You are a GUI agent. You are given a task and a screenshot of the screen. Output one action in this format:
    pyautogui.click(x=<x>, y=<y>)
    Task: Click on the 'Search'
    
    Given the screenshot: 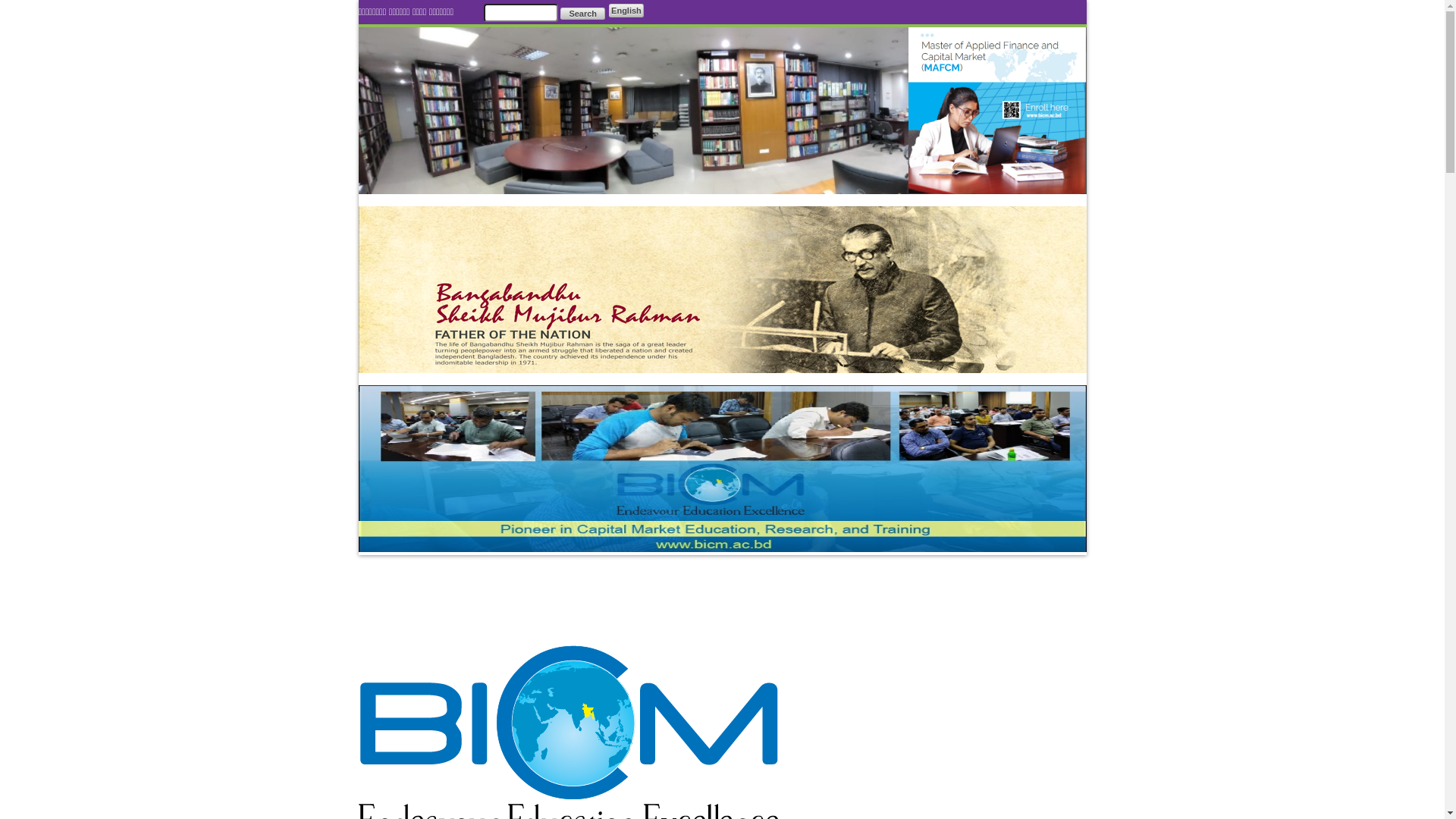 What is the action you would take?
    pyautogui.click(x=582, y=14)
    